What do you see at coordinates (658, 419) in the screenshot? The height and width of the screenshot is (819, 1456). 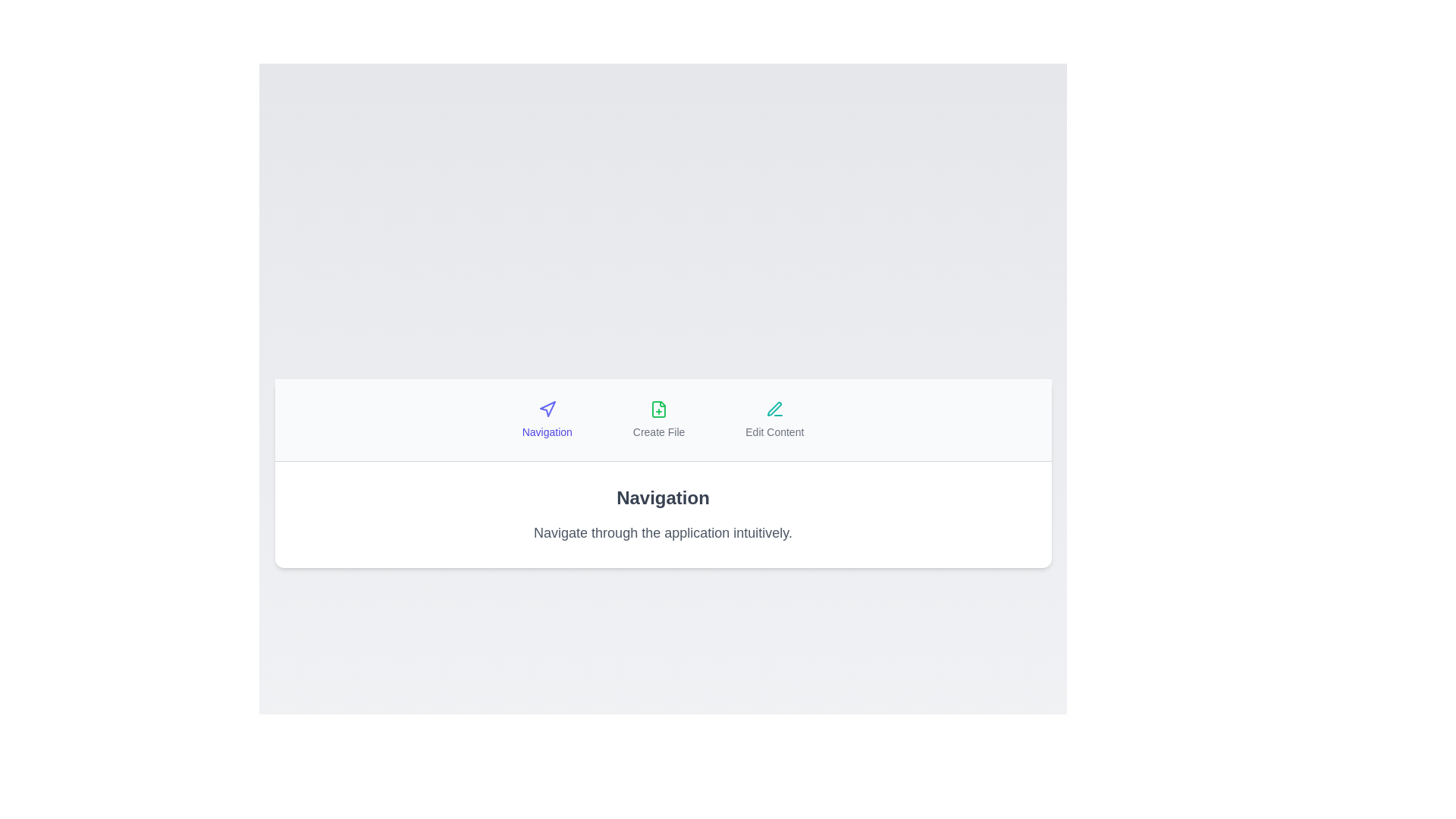 I see `the tab labeled Create File` at bounding box center [658, 419].